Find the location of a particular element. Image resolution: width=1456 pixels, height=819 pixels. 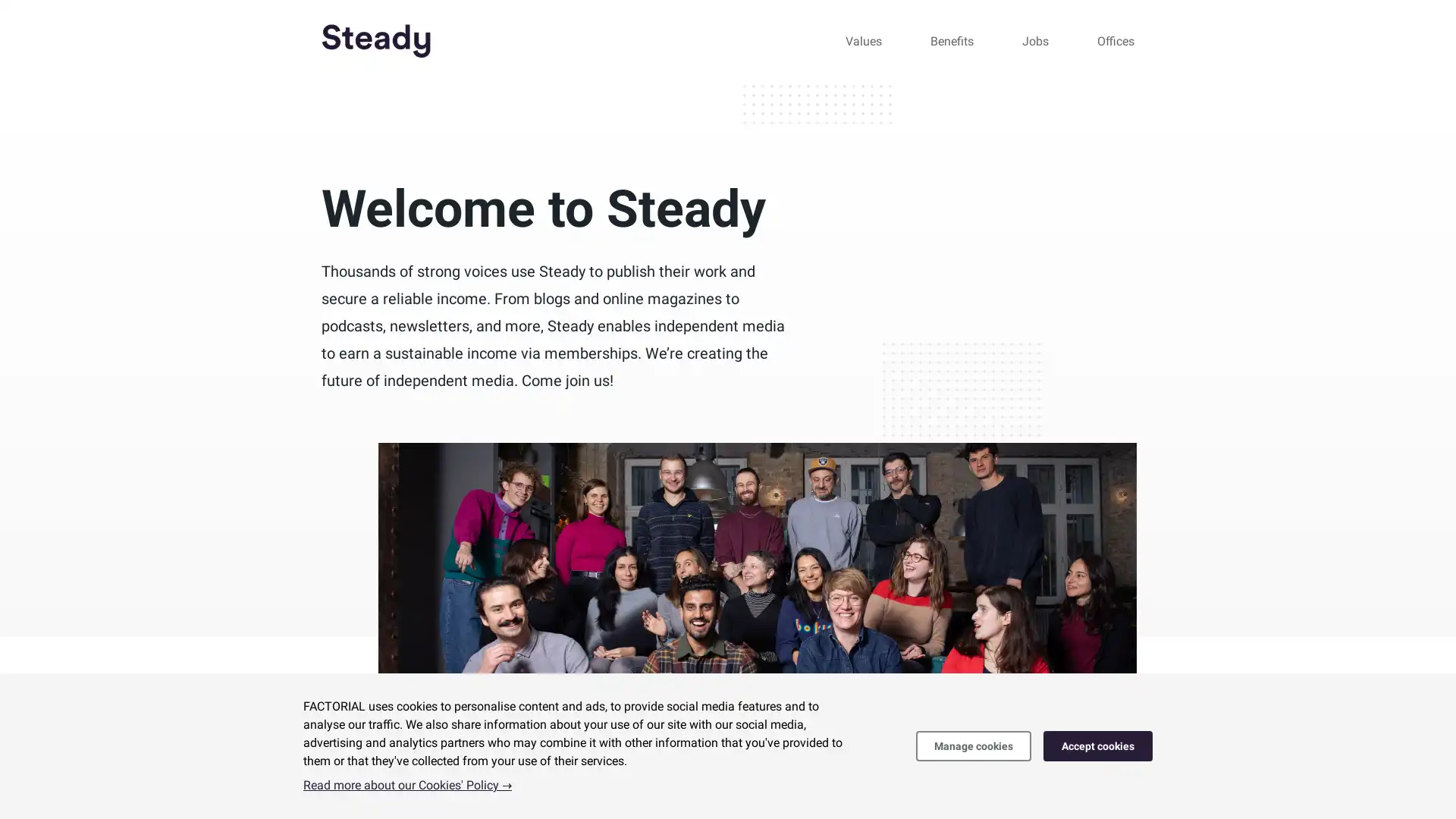

Accept cookies is located at coordinates (1098, 745).